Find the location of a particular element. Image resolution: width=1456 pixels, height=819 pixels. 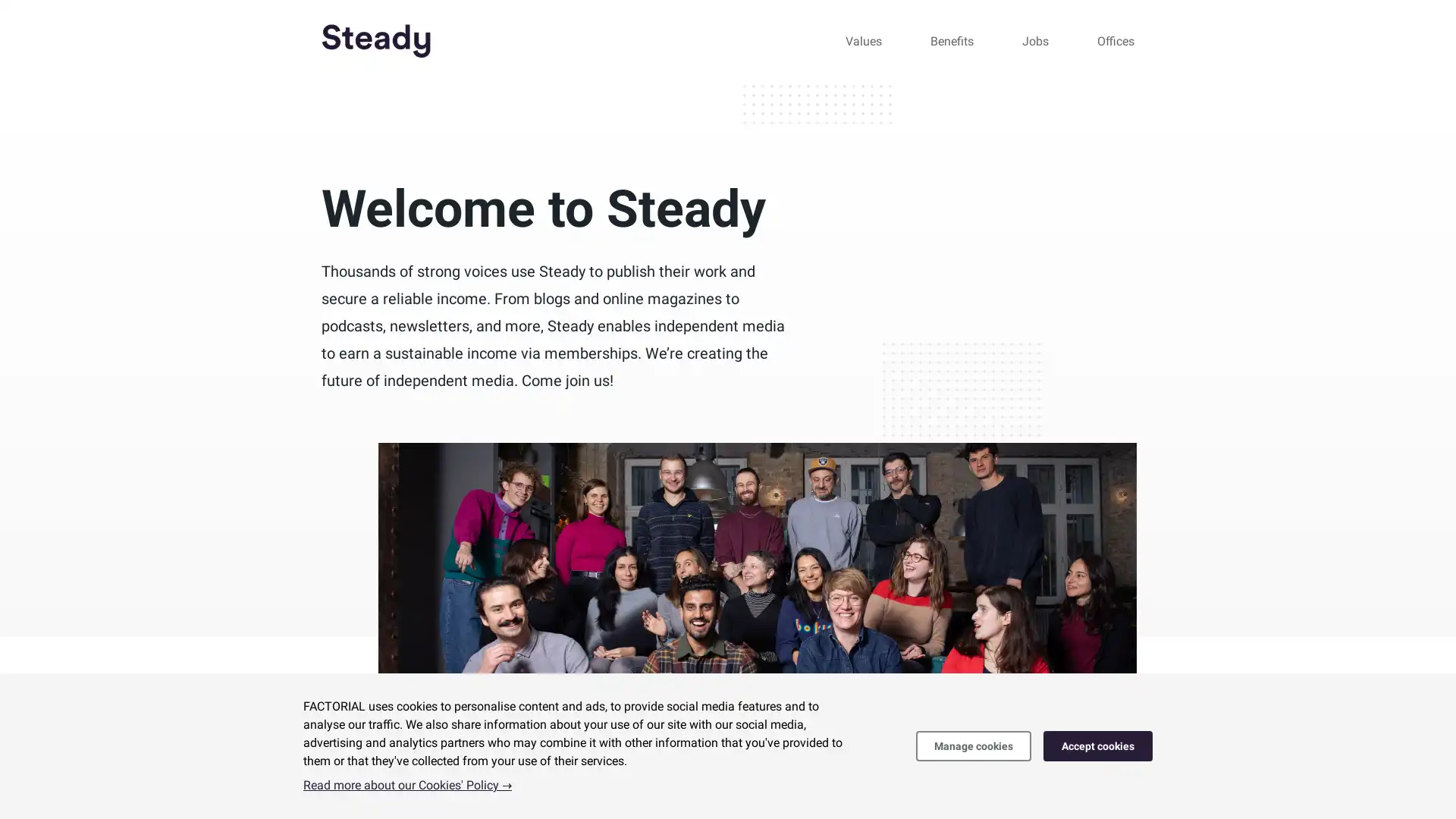

Accept cookies is located at coordinates (1098, 745).